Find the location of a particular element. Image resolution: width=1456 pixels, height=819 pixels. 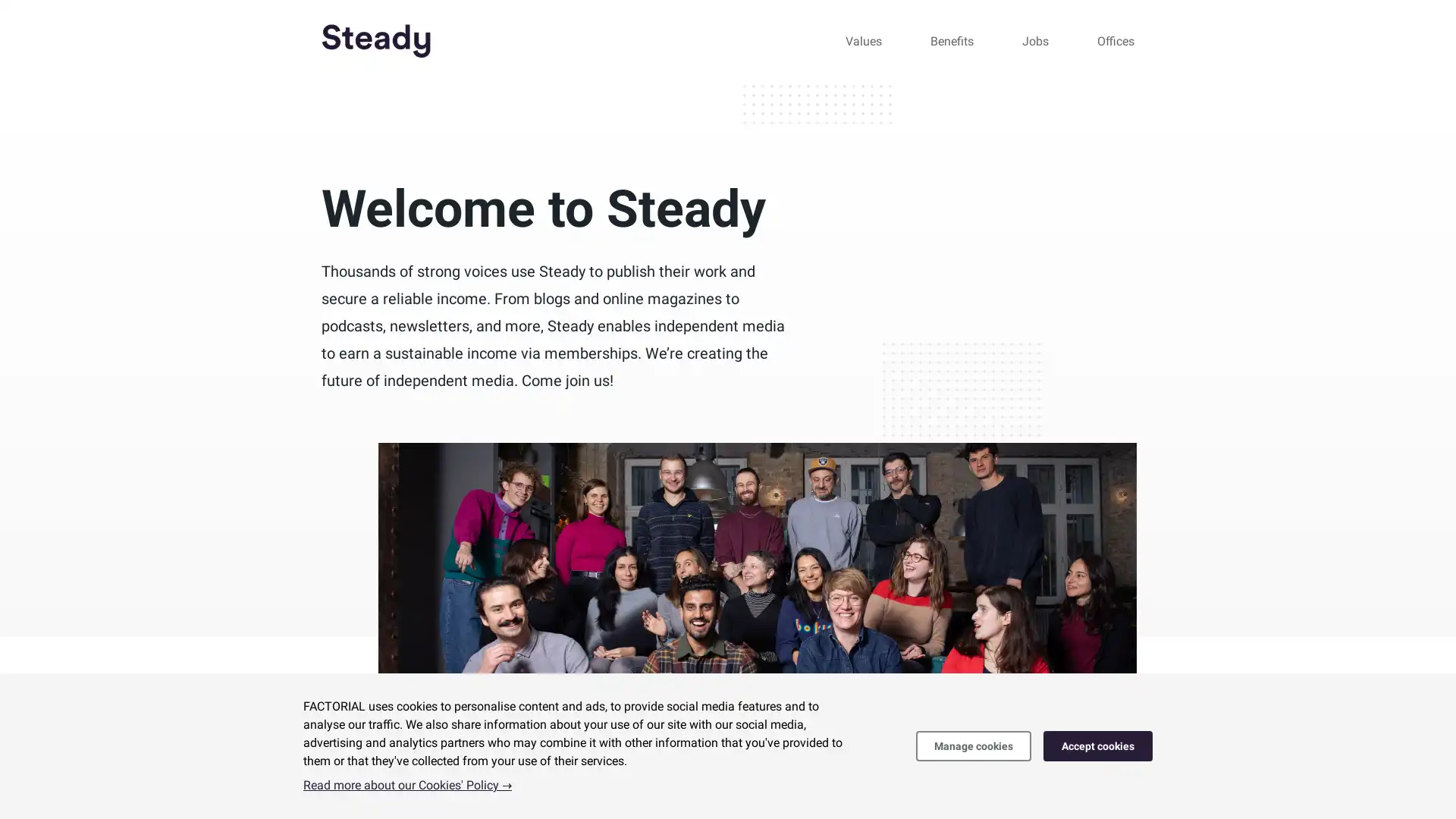

Accept cookies is located at coordinates (1098, 745).